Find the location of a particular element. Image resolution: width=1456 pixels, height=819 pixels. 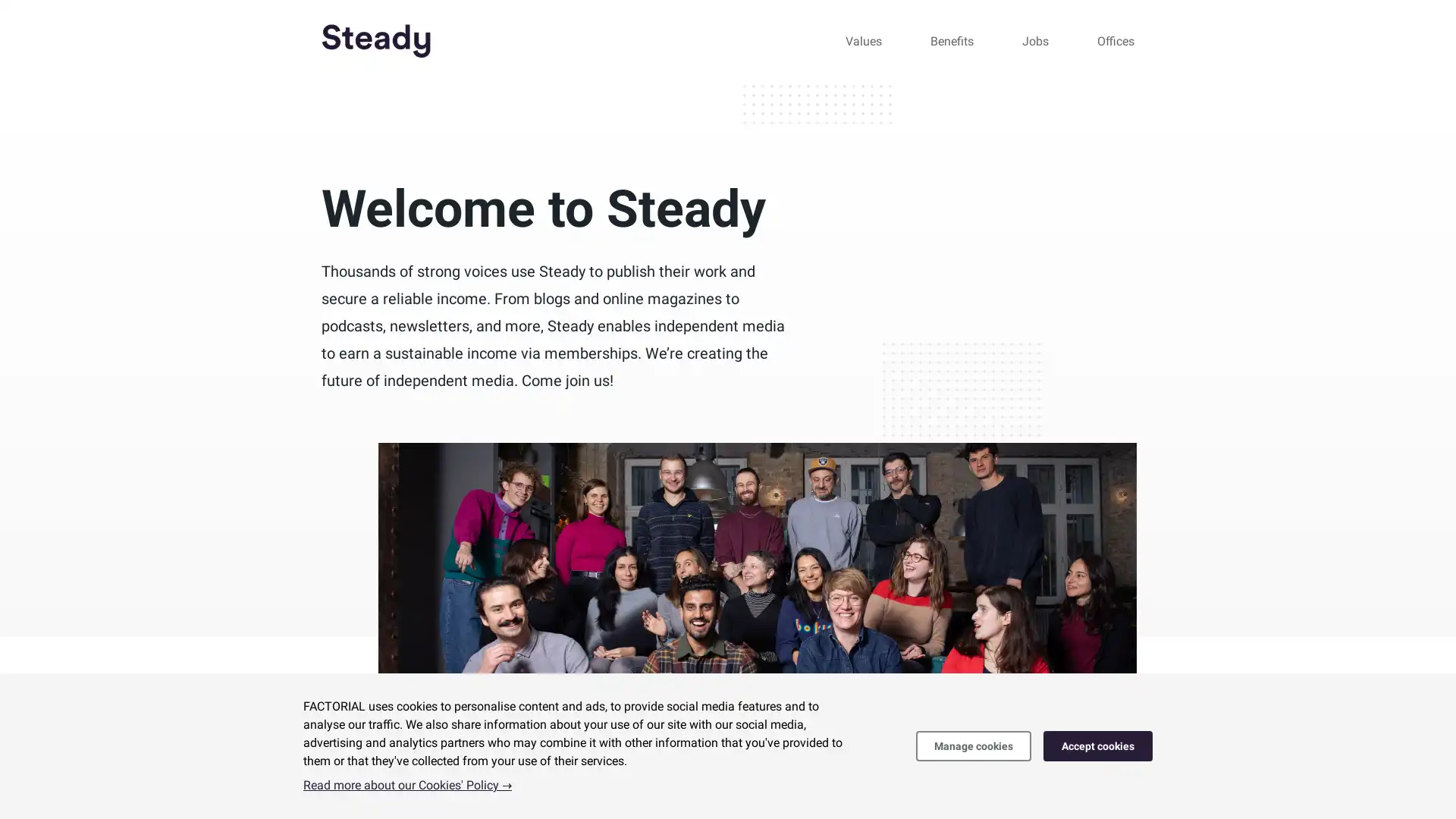

Accept cookies is located at coordinates (1098, 745).